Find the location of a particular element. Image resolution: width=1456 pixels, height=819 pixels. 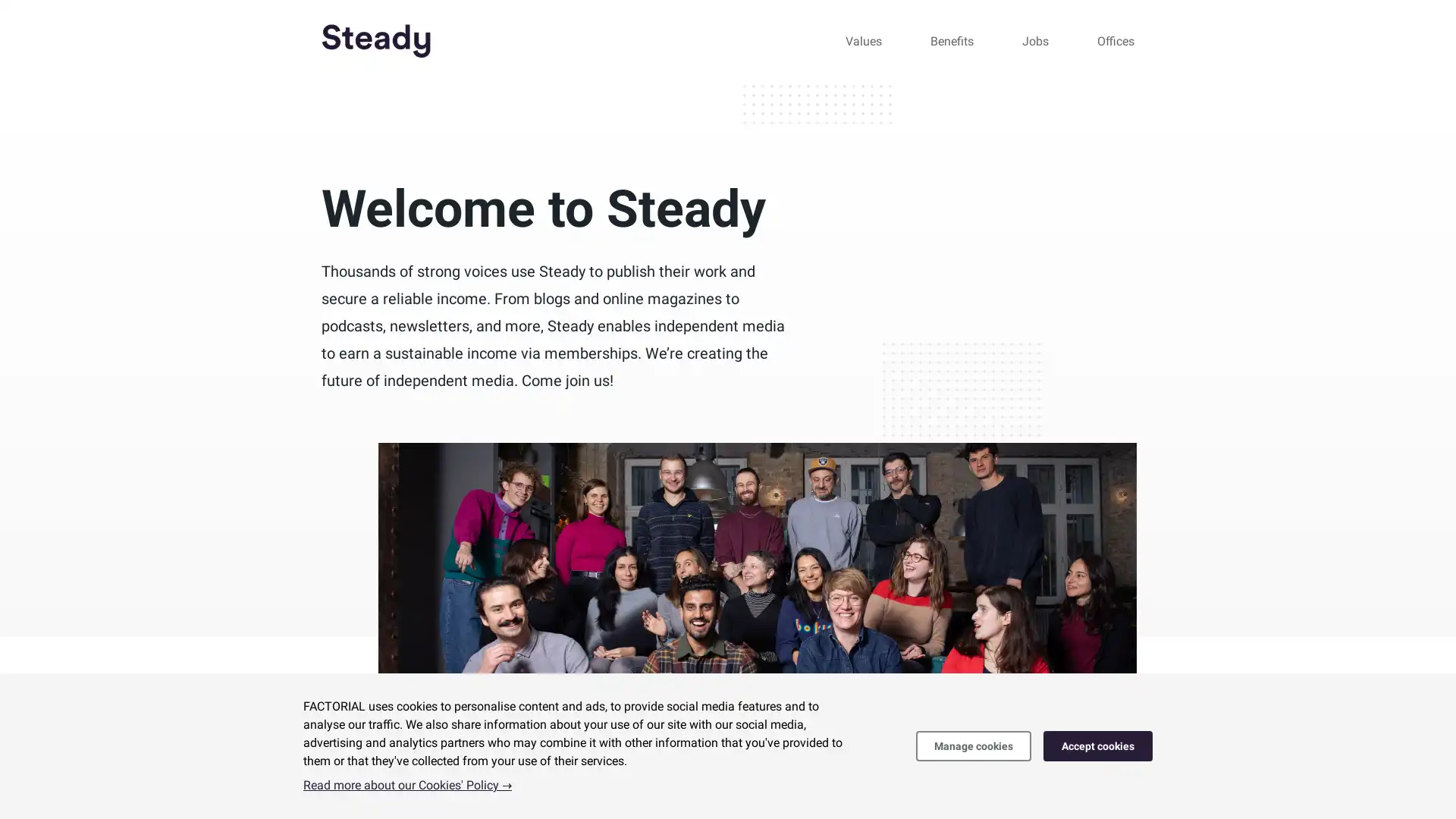

Accept cookies is located at coordinates (1098, 745).